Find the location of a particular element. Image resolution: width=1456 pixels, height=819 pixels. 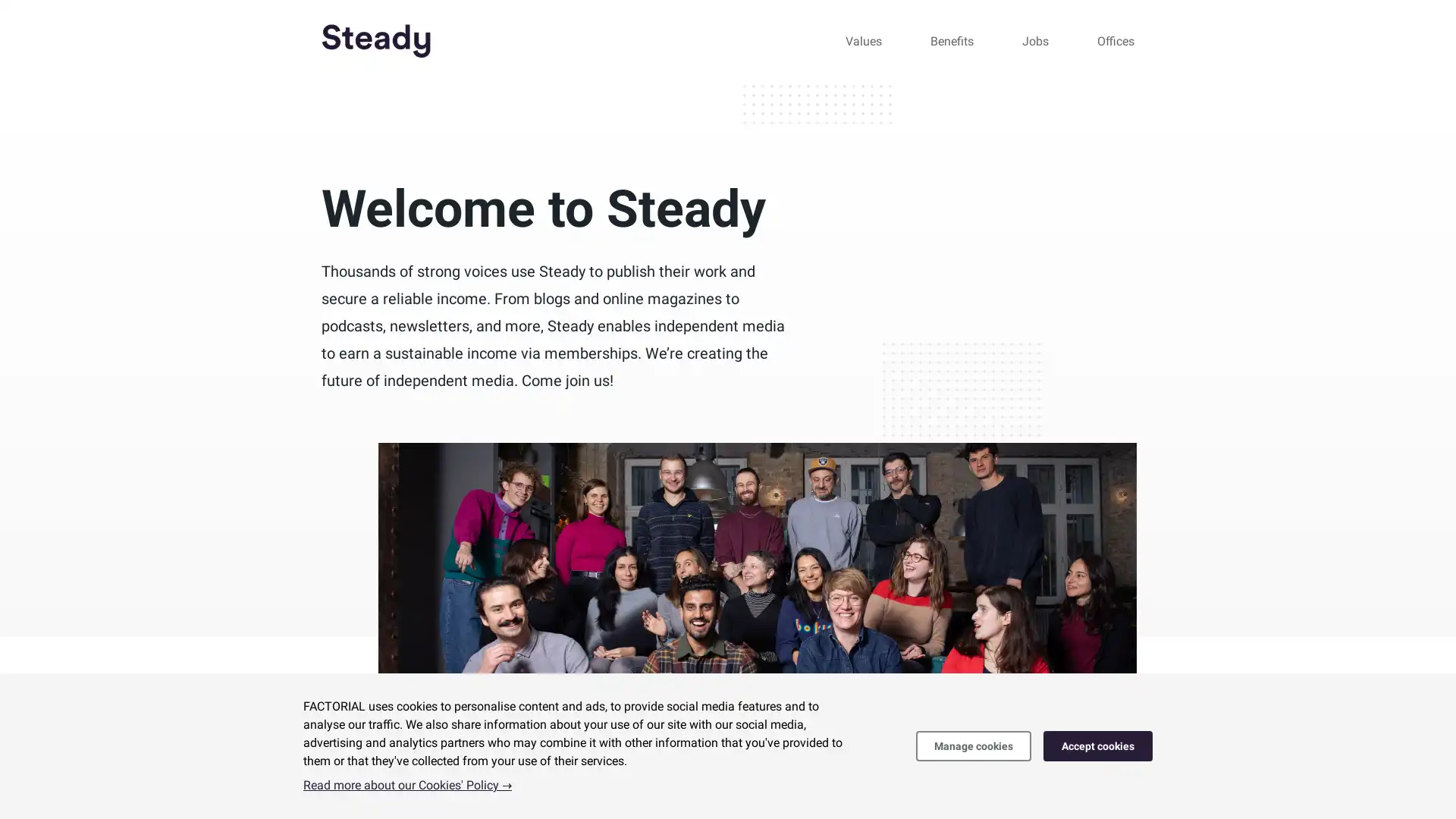

Accept cookies is located at coordinates (1098, 745).